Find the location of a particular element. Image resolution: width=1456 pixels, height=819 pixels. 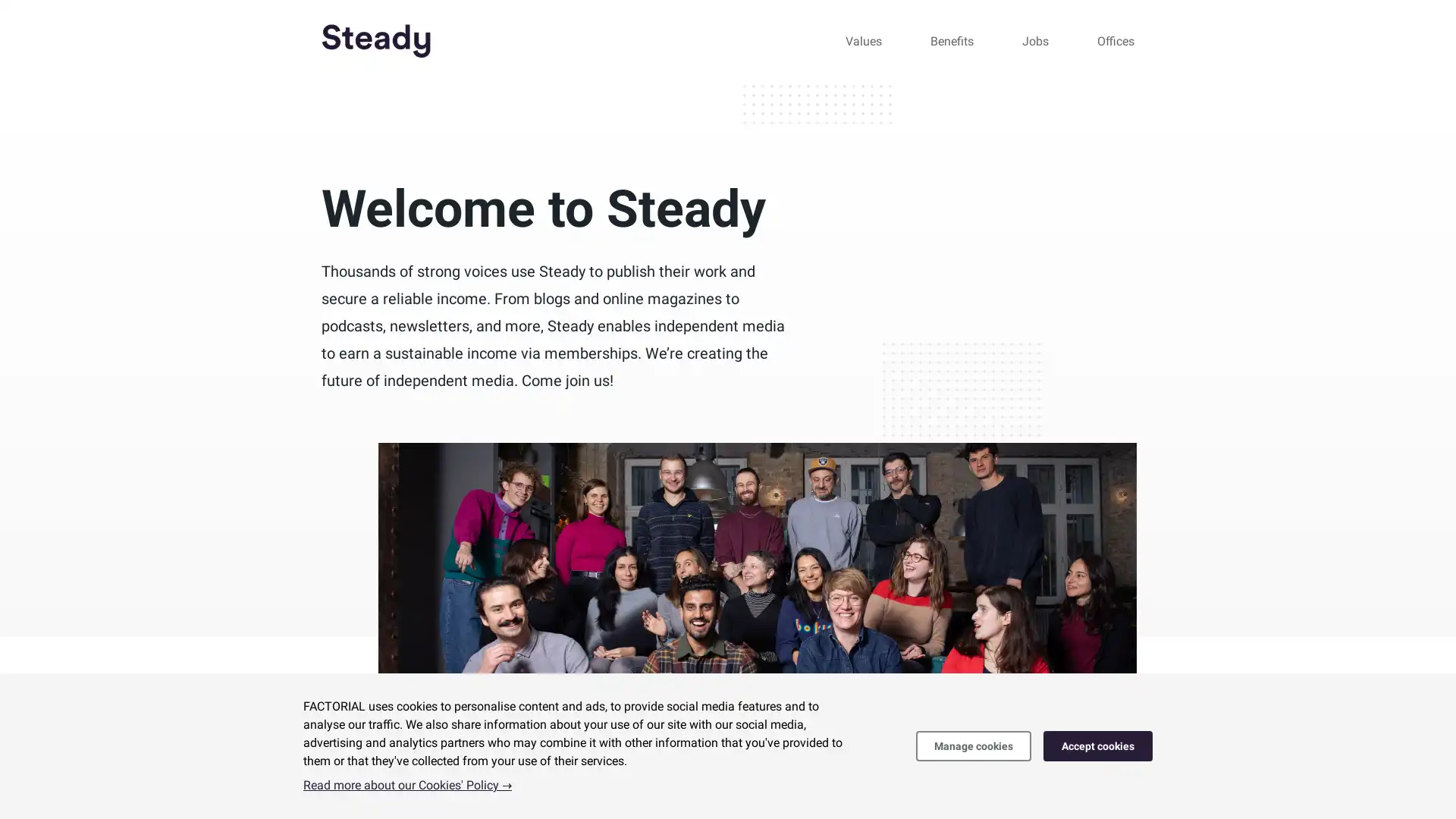

Accept cookies is located at coordinates (1098, 745).